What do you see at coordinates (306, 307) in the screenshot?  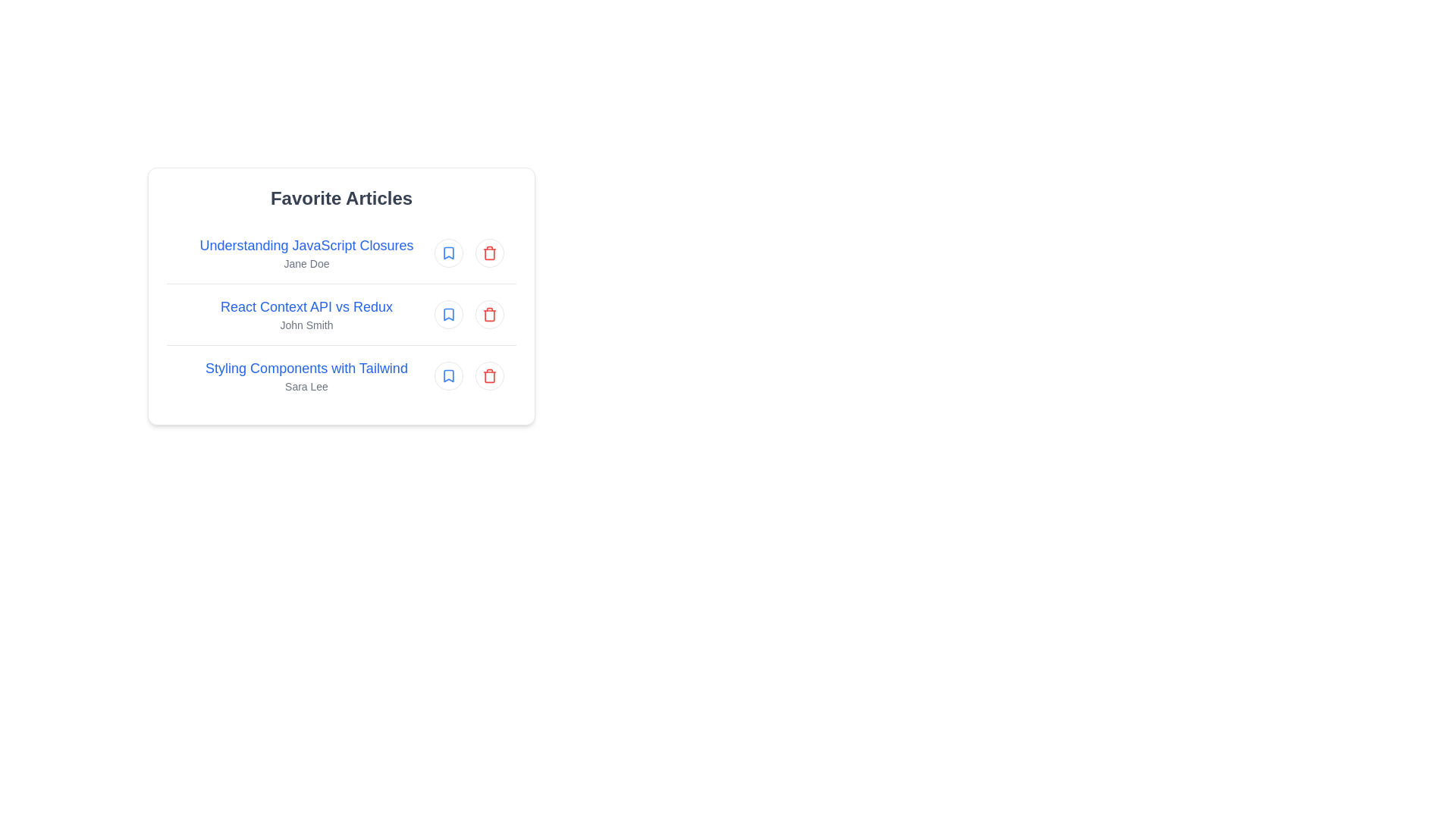 I see `the article title React Context API vs Redux to read more` at bounding box center [306, 307].